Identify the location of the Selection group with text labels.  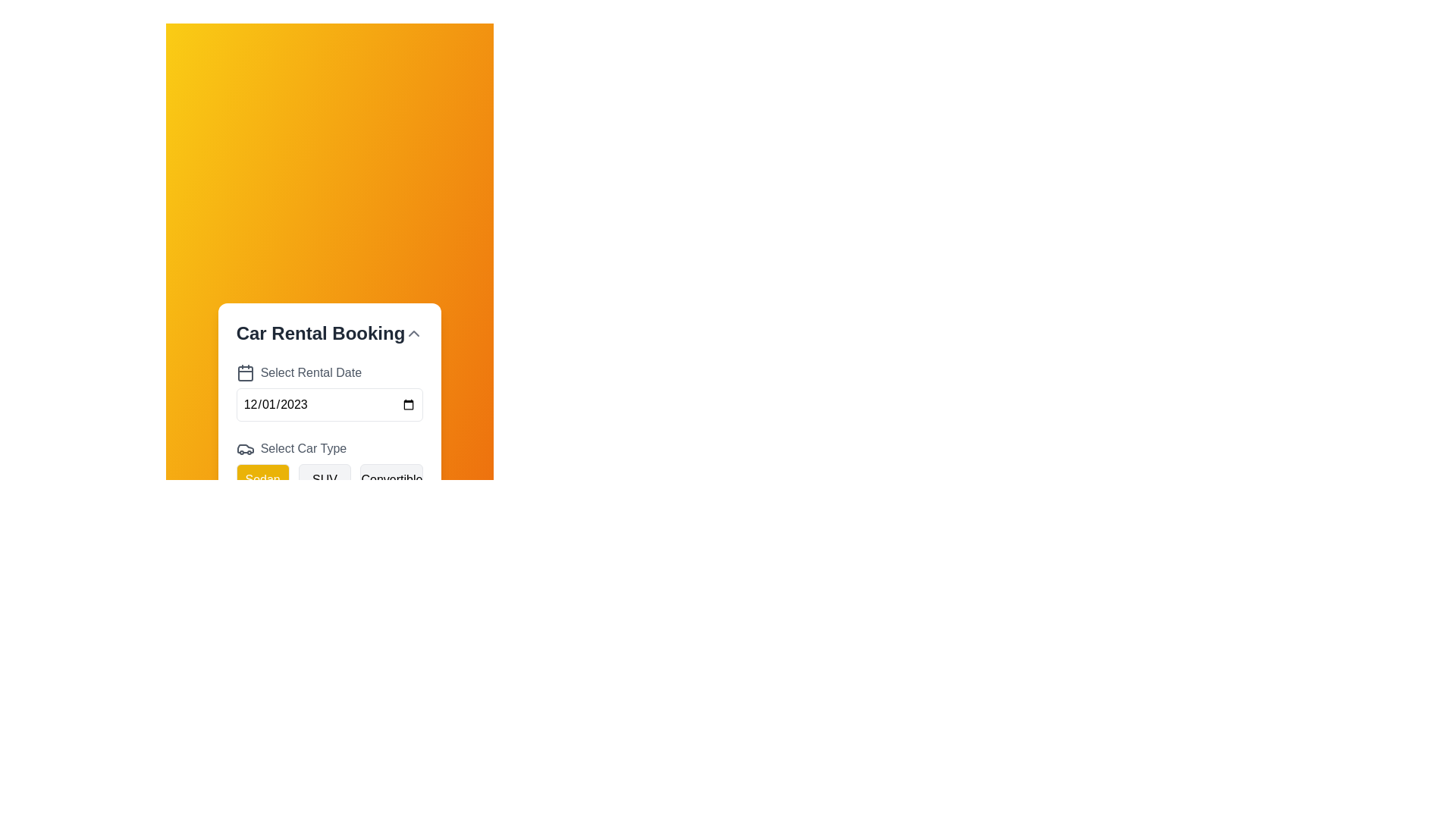
(329, 467).